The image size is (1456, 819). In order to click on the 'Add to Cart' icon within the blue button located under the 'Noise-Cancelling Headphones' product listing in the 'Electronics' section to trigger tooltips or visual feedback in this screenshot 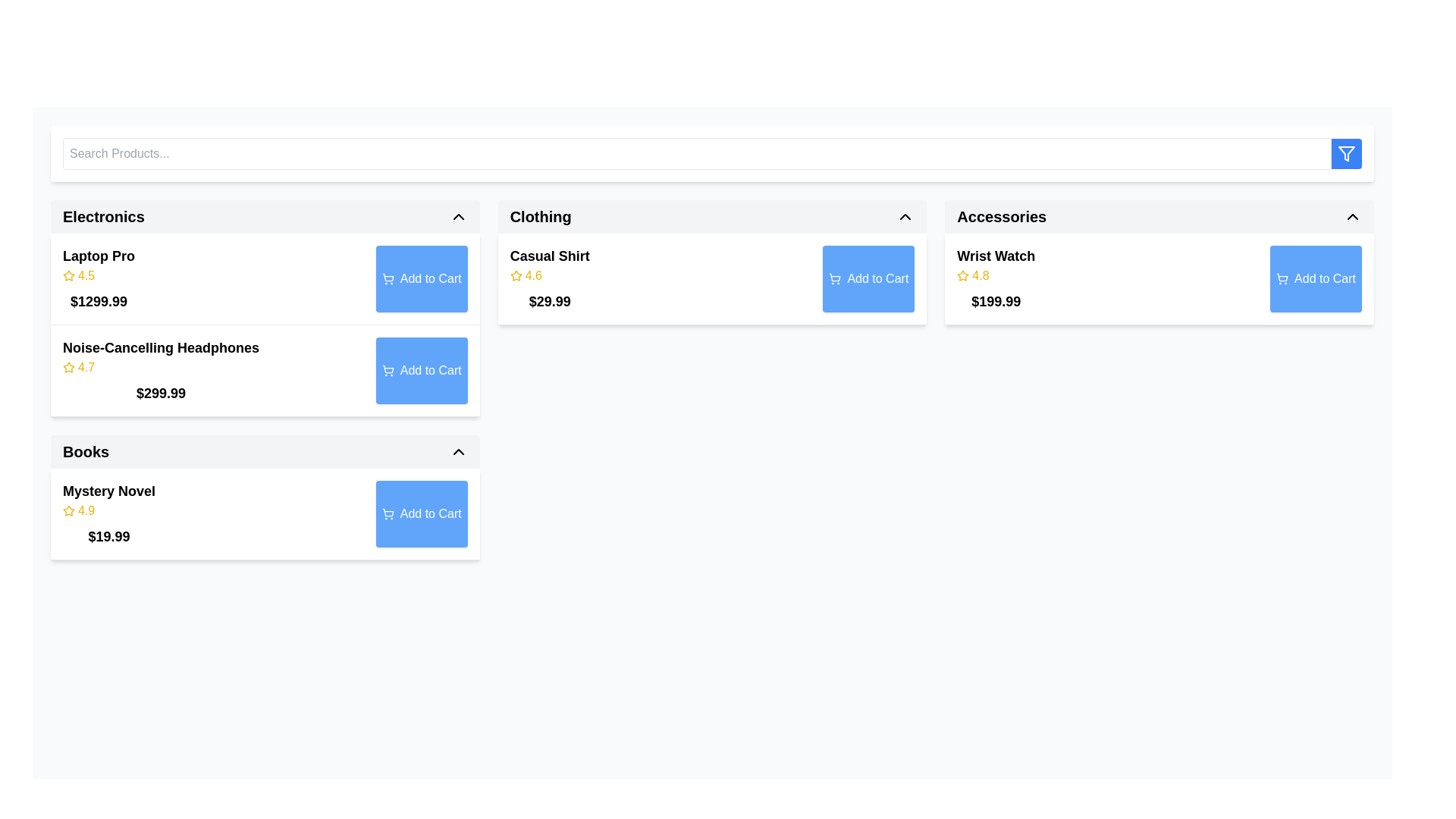, I will do `click(388, 371)`.